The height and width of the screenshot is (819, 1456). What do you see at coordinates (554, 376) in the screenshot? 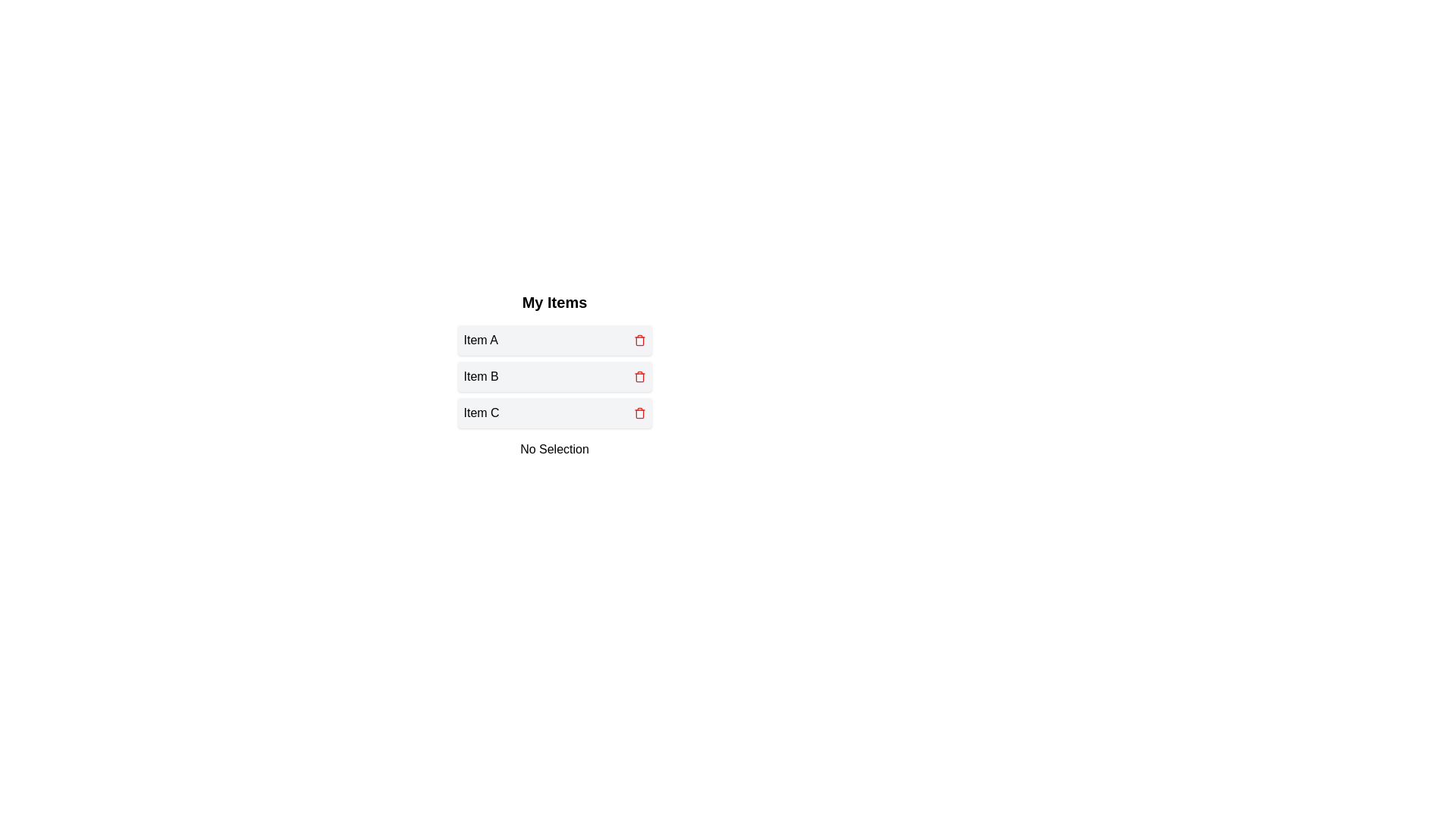
I see `the item Item B to select it` at bounding box center [554, 376].